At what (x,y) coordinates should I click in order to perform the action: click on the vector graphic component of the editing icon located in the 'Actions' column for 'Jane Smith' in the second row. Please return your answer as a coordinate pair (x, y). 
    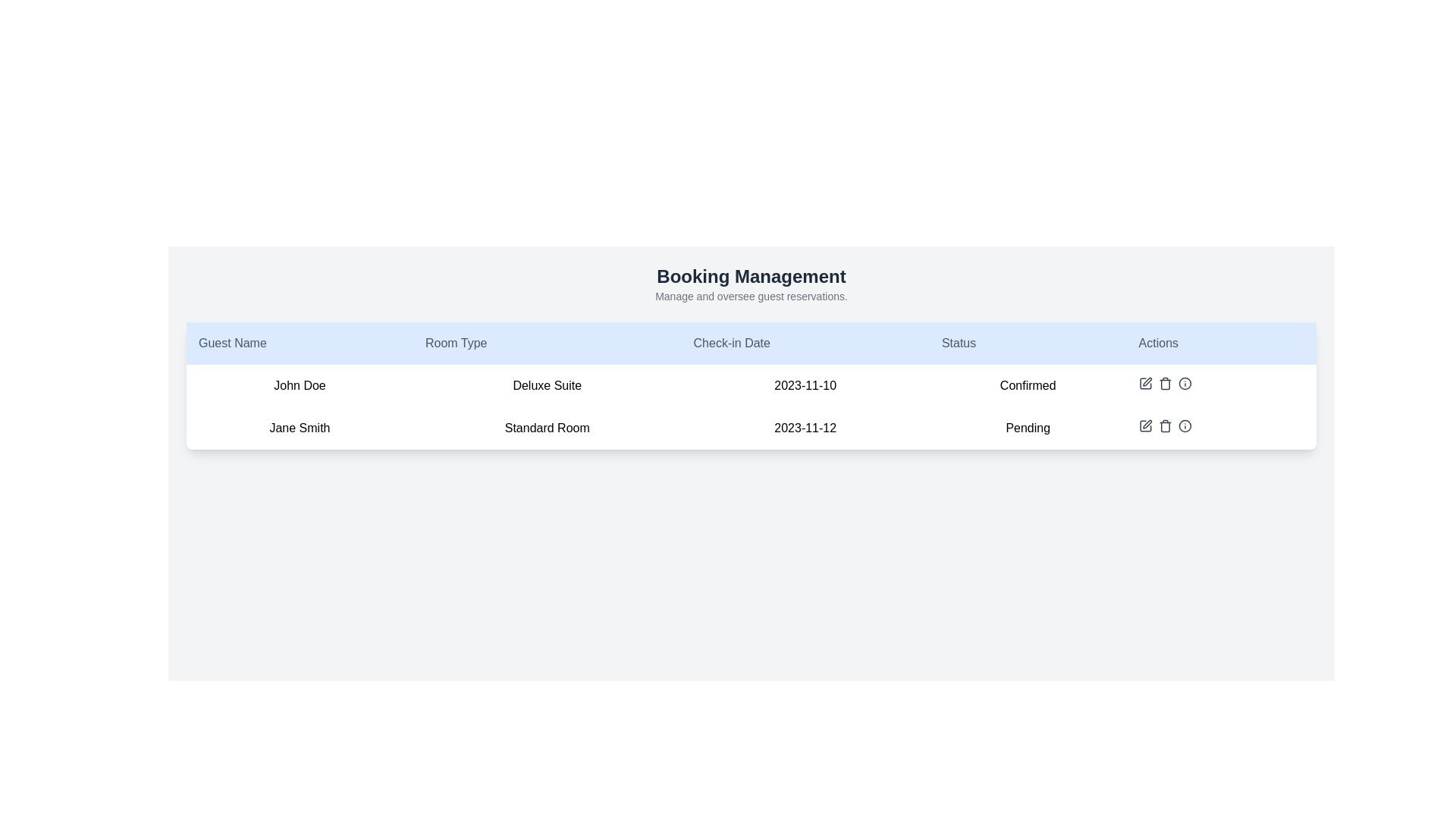
    Looking at the image, I should click on (1145, 426).